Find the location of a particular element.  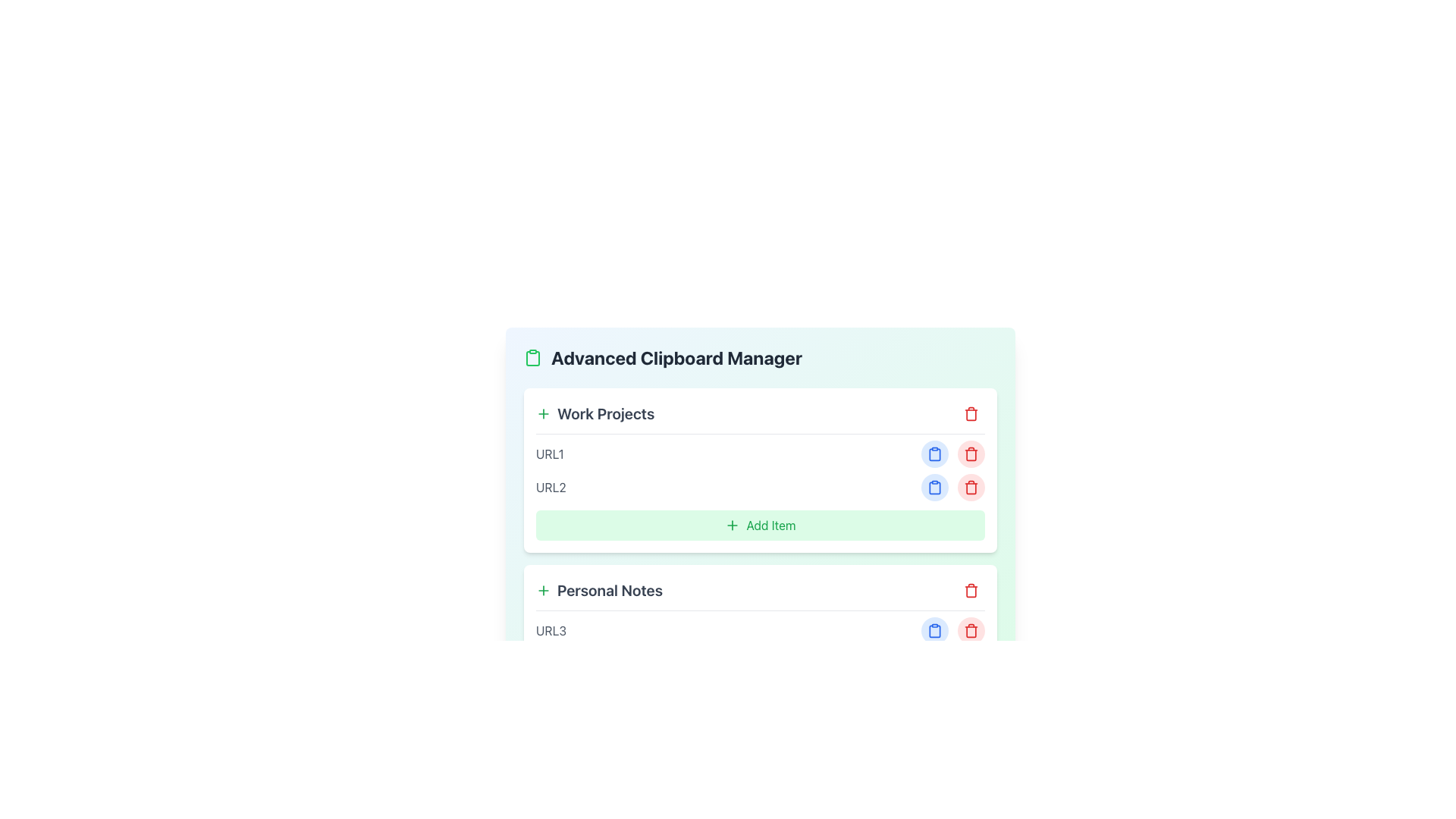

the trash icon within the 'Delete Group' button in the 'Work Projects' section is located at coordinates (971, 414).